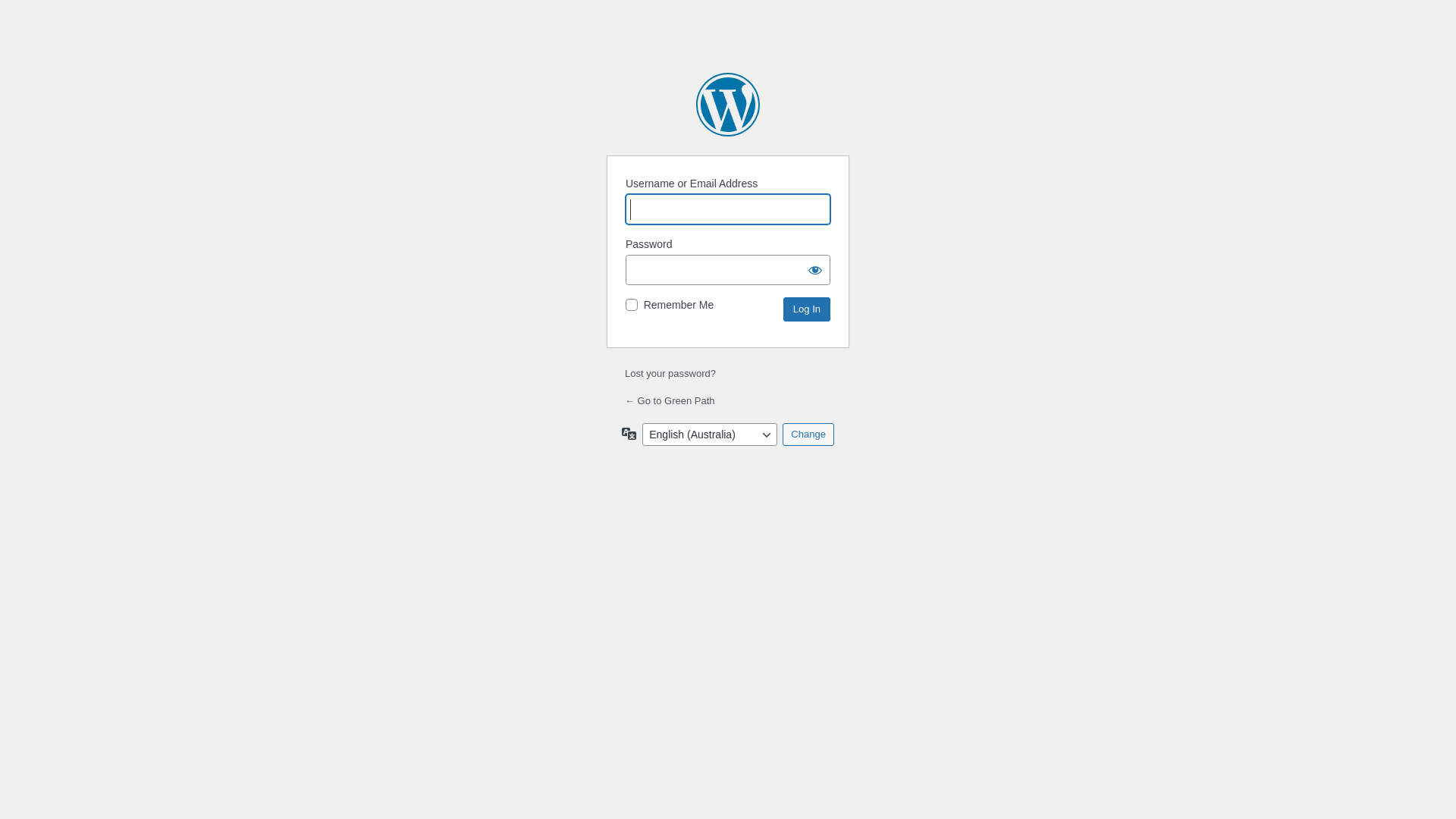 The height and width of the screenshot is (819, 1456). Describe the element at coordinates (807, 435) in the screenshot. I see `'Change'` at that location.